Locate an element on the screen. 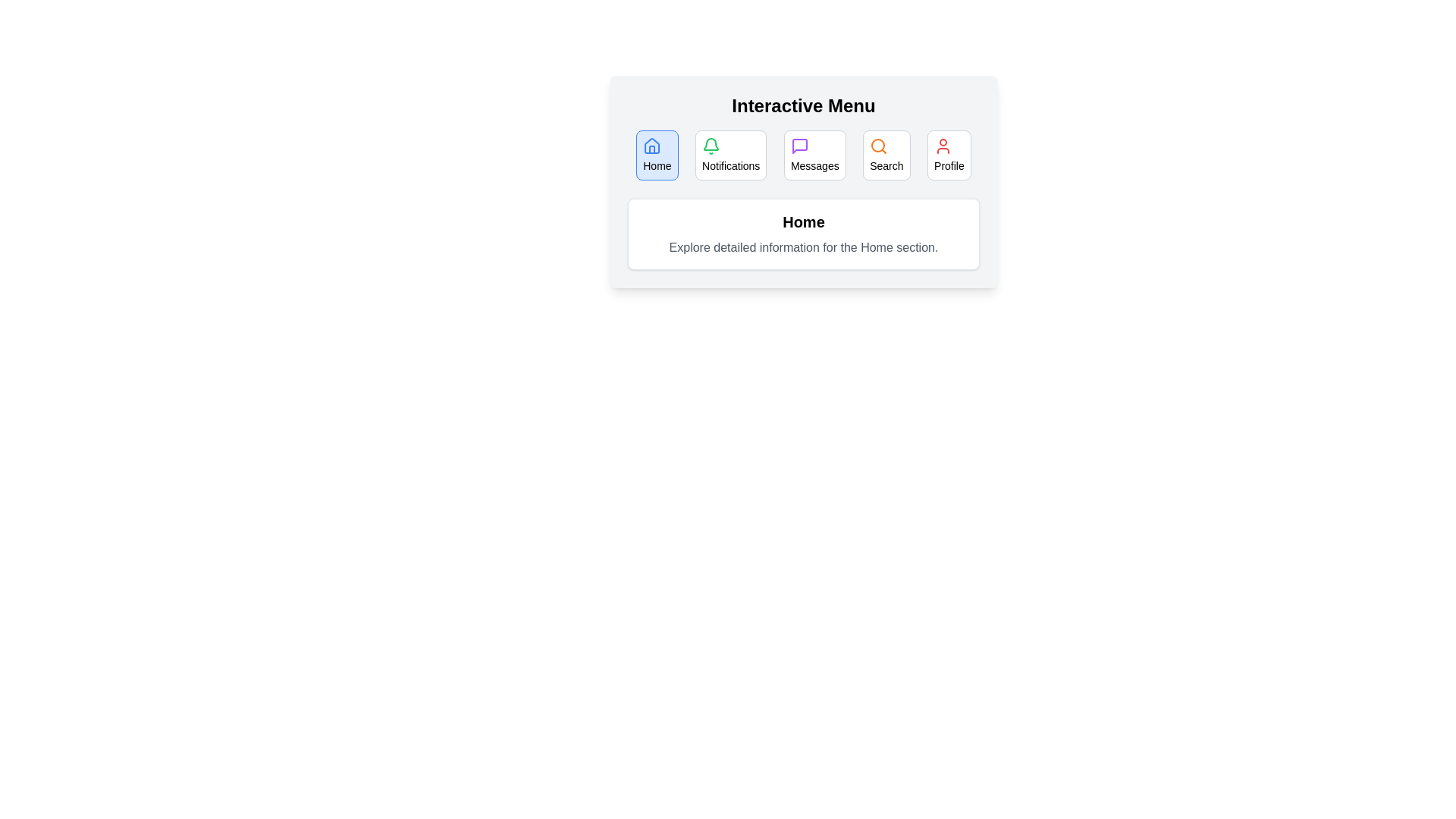 This screenshot has height=819, width=1456. the circular lens of the magnifying glass icon located in the search button, which is the fourth button from the left in the top row of the menu is located at coordinates (878, 146).